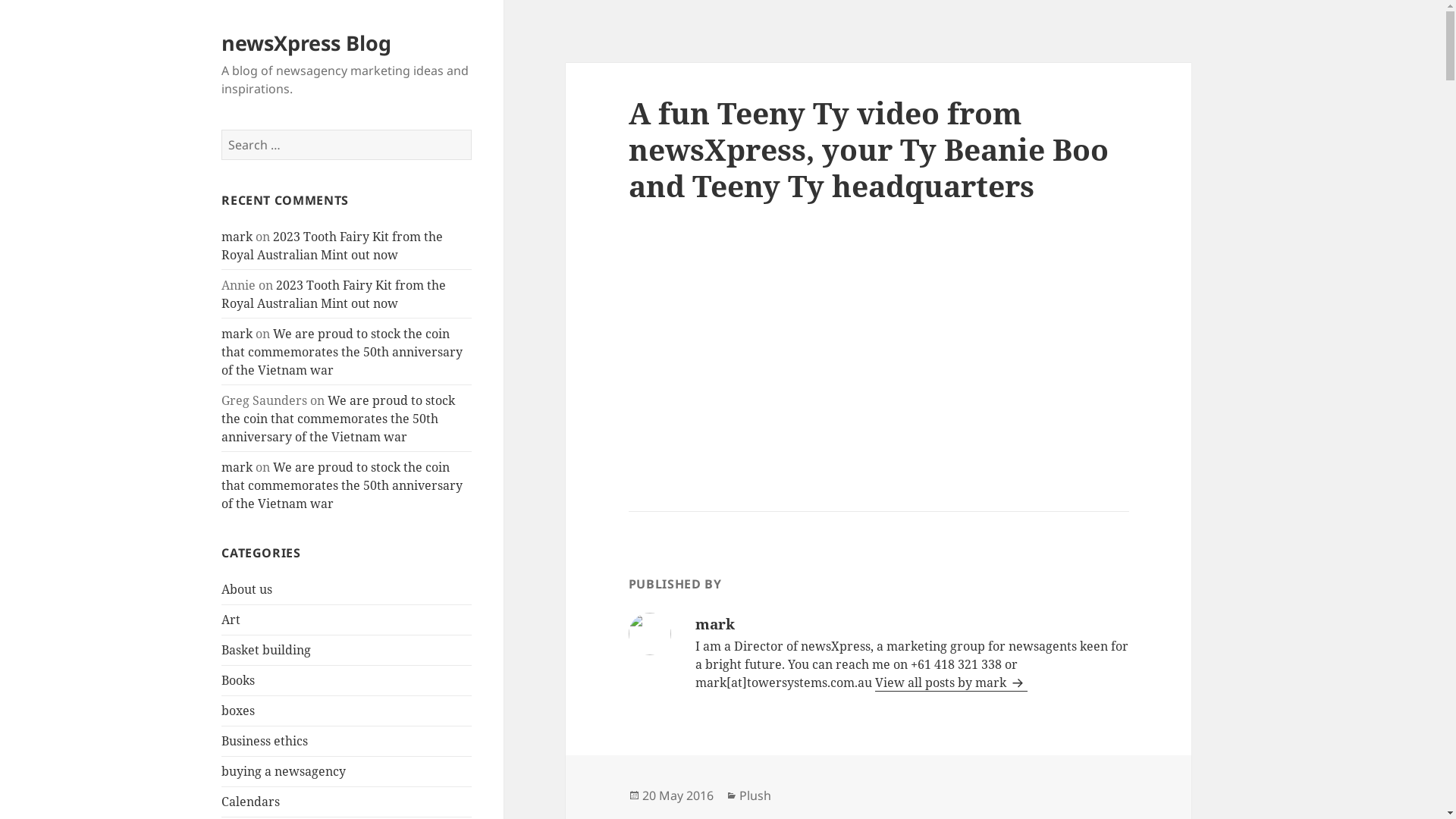 The width and height of the screenshot is (1456, 819). Describe the element at coordinates (237, 679) in the screenshot. I see `'Books'` at that location.